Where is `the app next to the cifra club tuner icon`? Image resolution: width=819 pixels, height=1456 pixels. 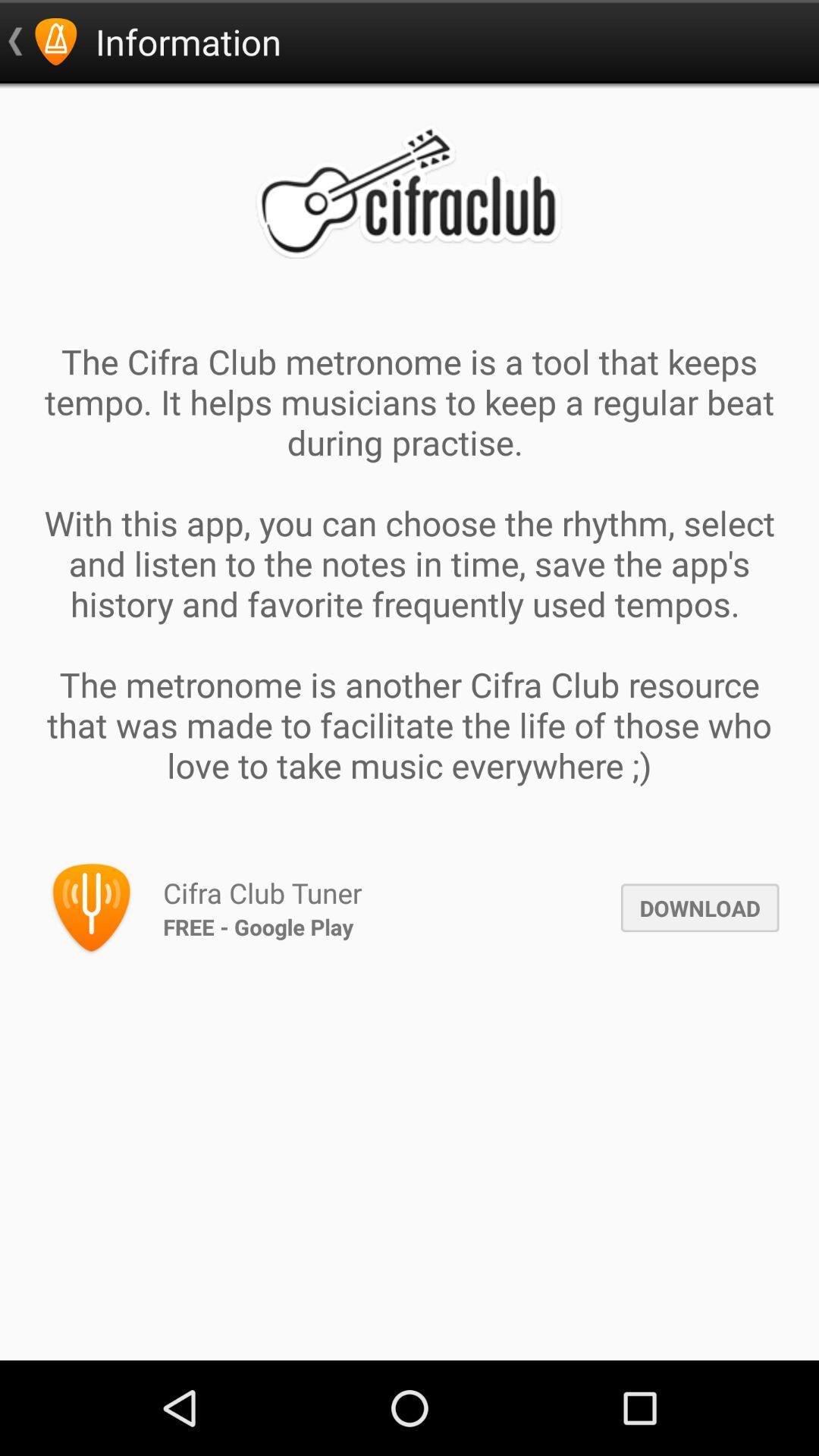 the app next to the cifra club tuner icon is located at coordinates (700, 908).